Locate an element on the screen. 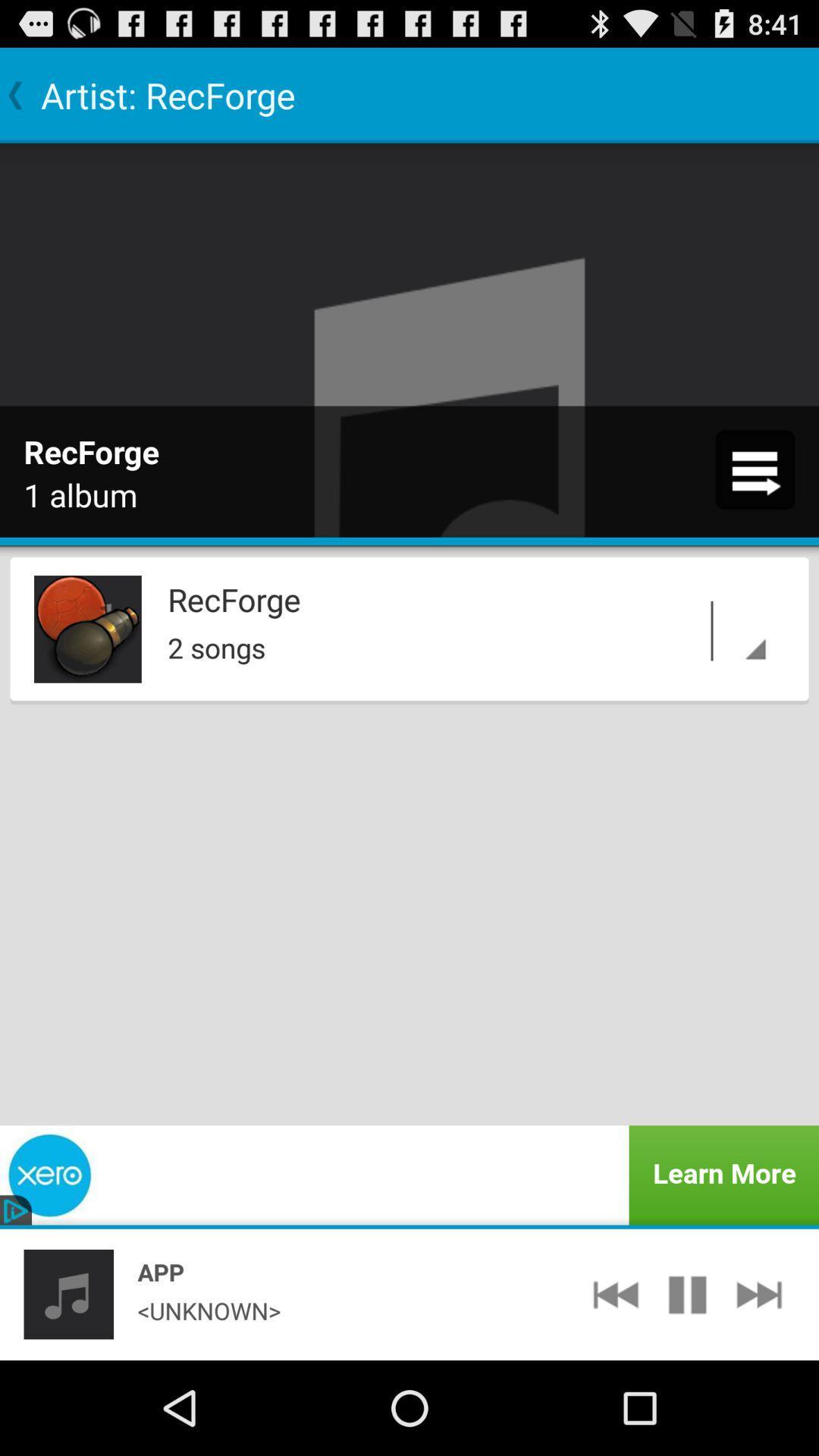 The width and height of the screenshot is (819, 1456). app to the right of <unknown> app is located at coordinates (616, 1294).